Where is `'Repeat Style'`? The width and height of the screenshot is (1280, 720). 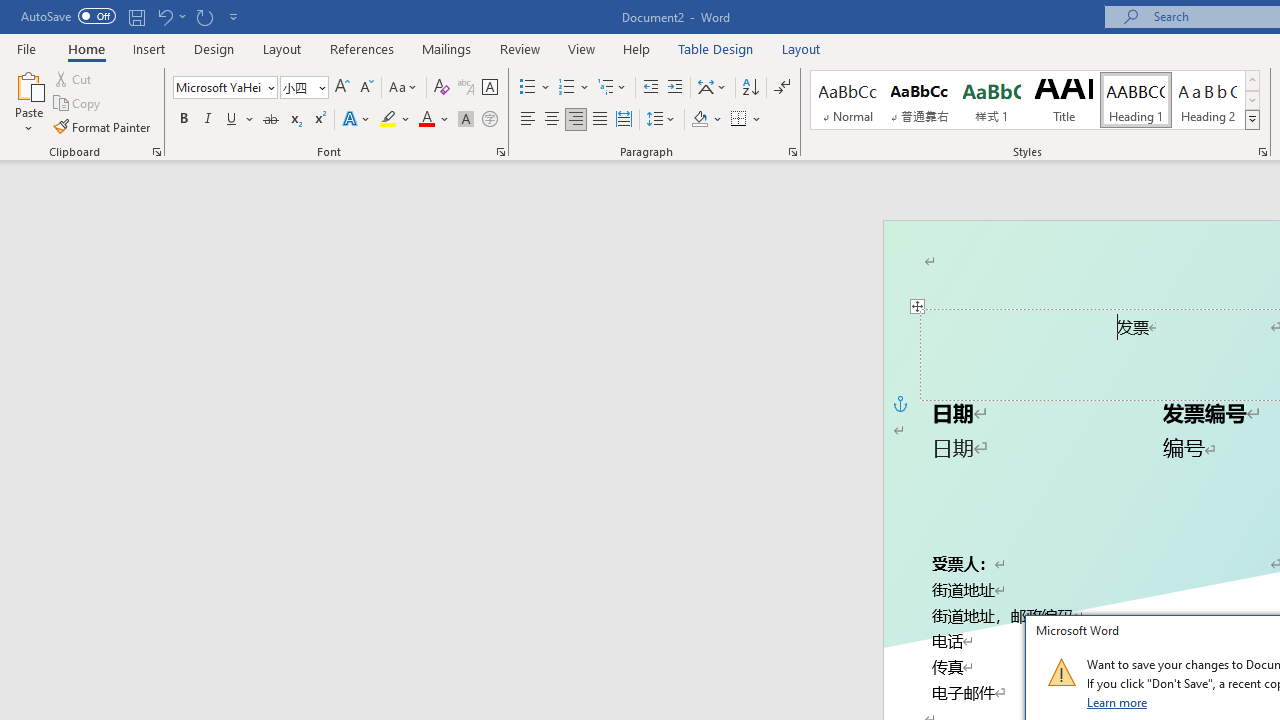
'Repeat Style' is located at coordinates (204, 16).